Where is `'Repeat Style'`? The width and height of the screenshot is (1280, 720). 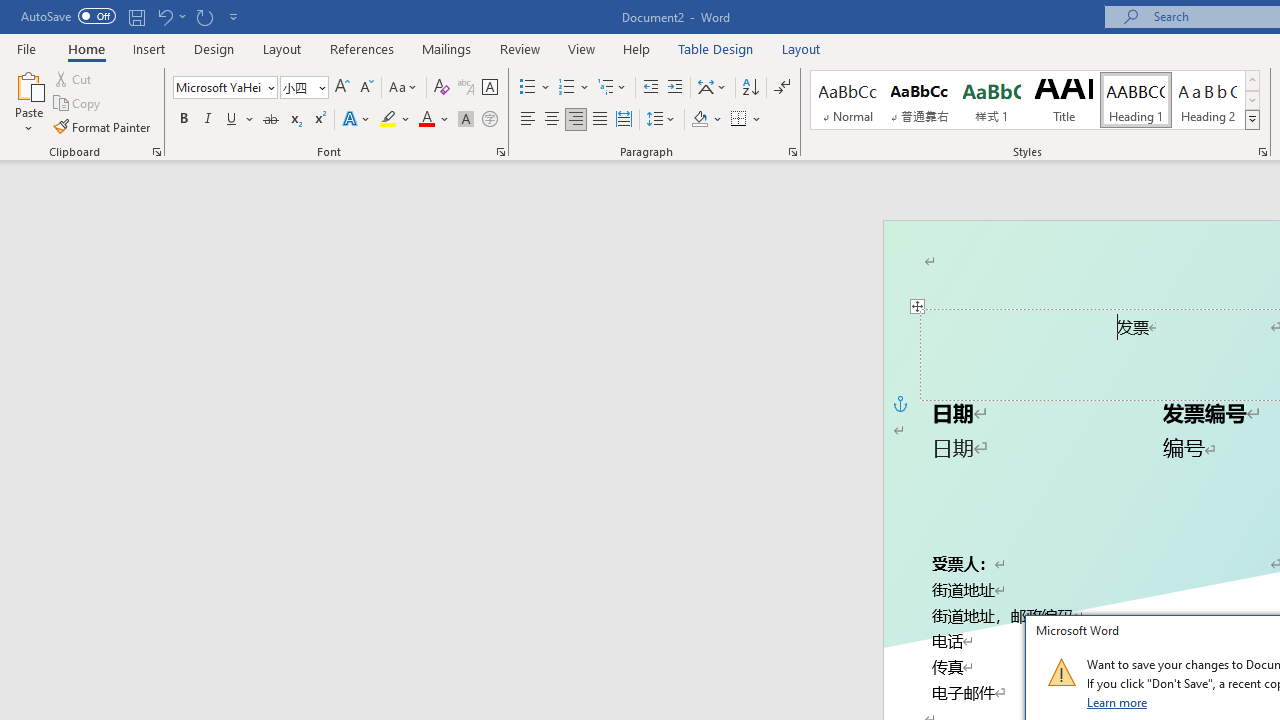
'Repeat Style' is located at coordinates (204, 16).